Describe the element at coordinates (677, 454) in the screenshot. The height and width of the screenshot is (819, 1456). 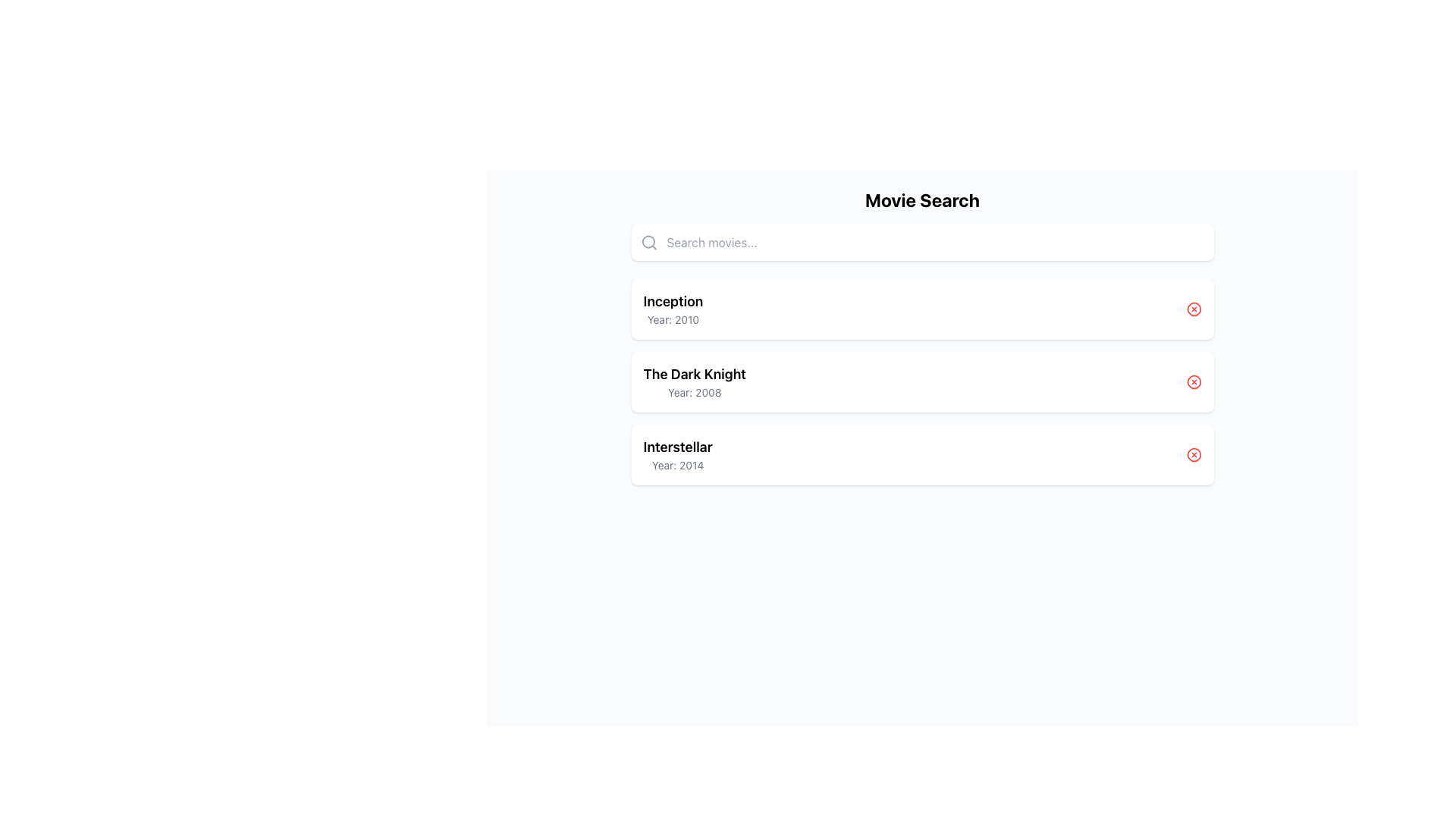
I see `text displayed in the title 'Interstellar' and subtitle 'Year: 2014' located in the top-left region of the third card in the movie entries list` at that location.